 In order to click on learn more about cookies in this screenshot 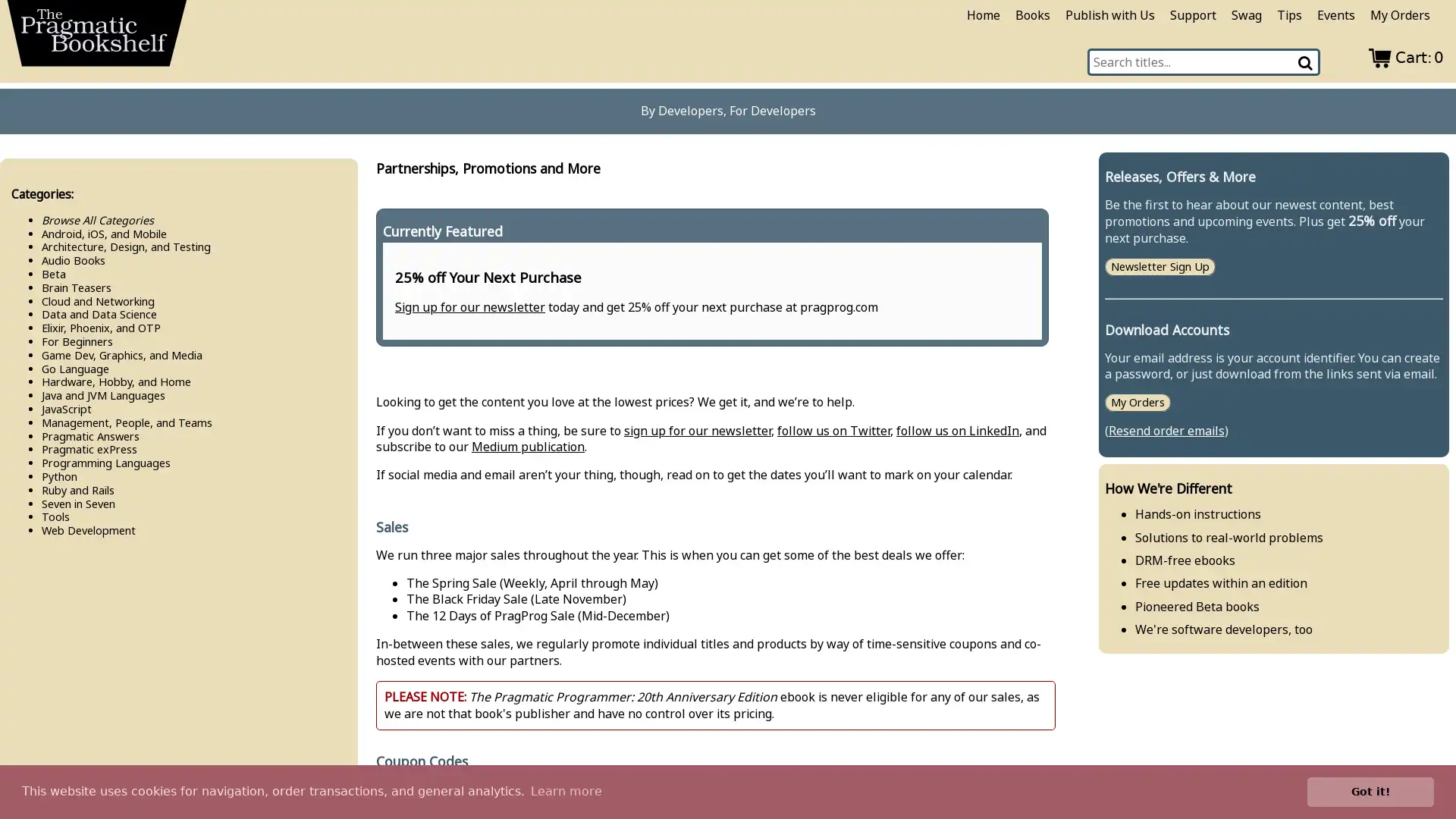, I will do `click(565, 791)`.